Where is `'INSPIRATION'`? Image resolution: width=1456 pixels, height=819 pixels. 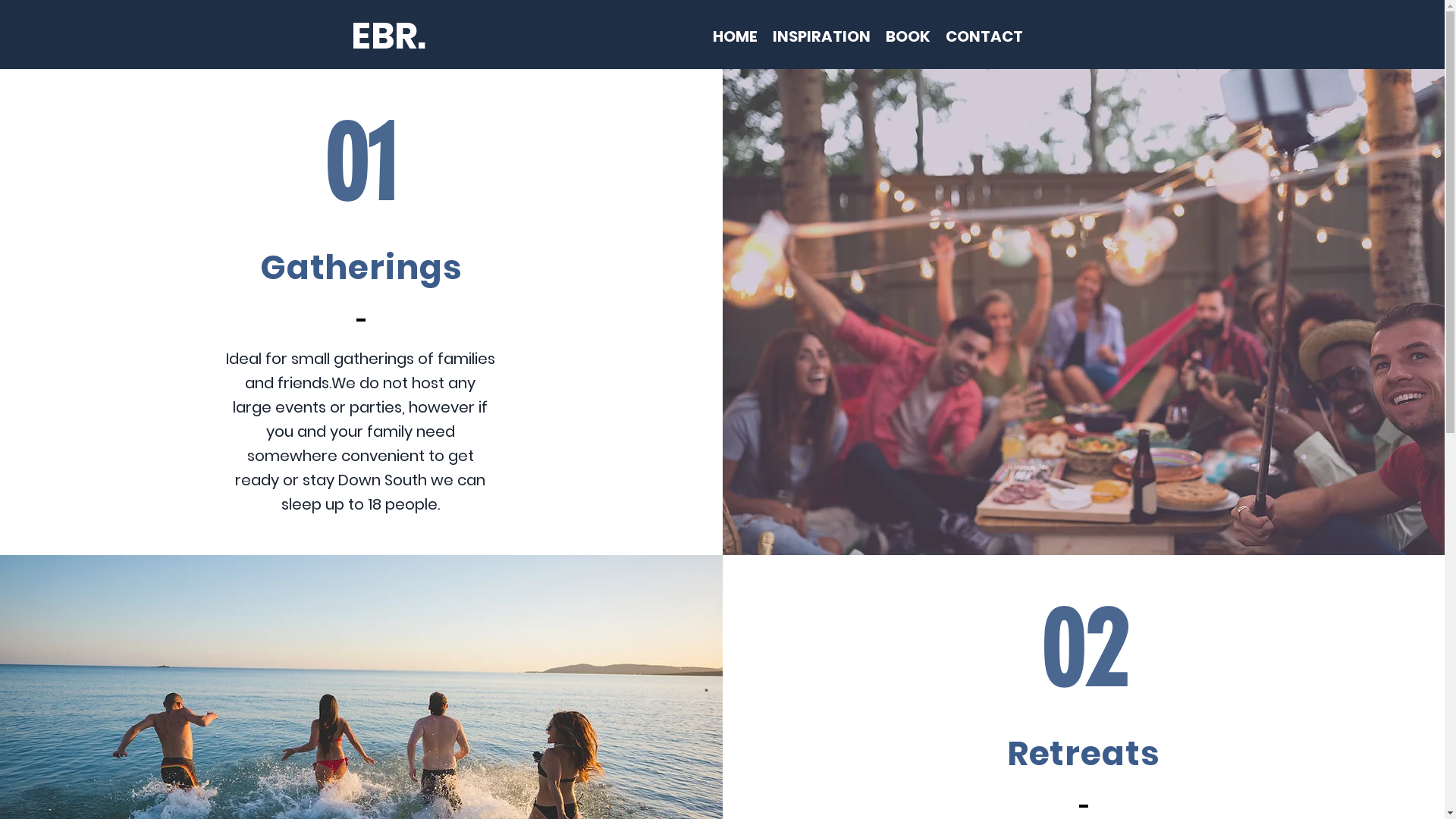 'INSPIRATION' is located at coordinates (821, 35).